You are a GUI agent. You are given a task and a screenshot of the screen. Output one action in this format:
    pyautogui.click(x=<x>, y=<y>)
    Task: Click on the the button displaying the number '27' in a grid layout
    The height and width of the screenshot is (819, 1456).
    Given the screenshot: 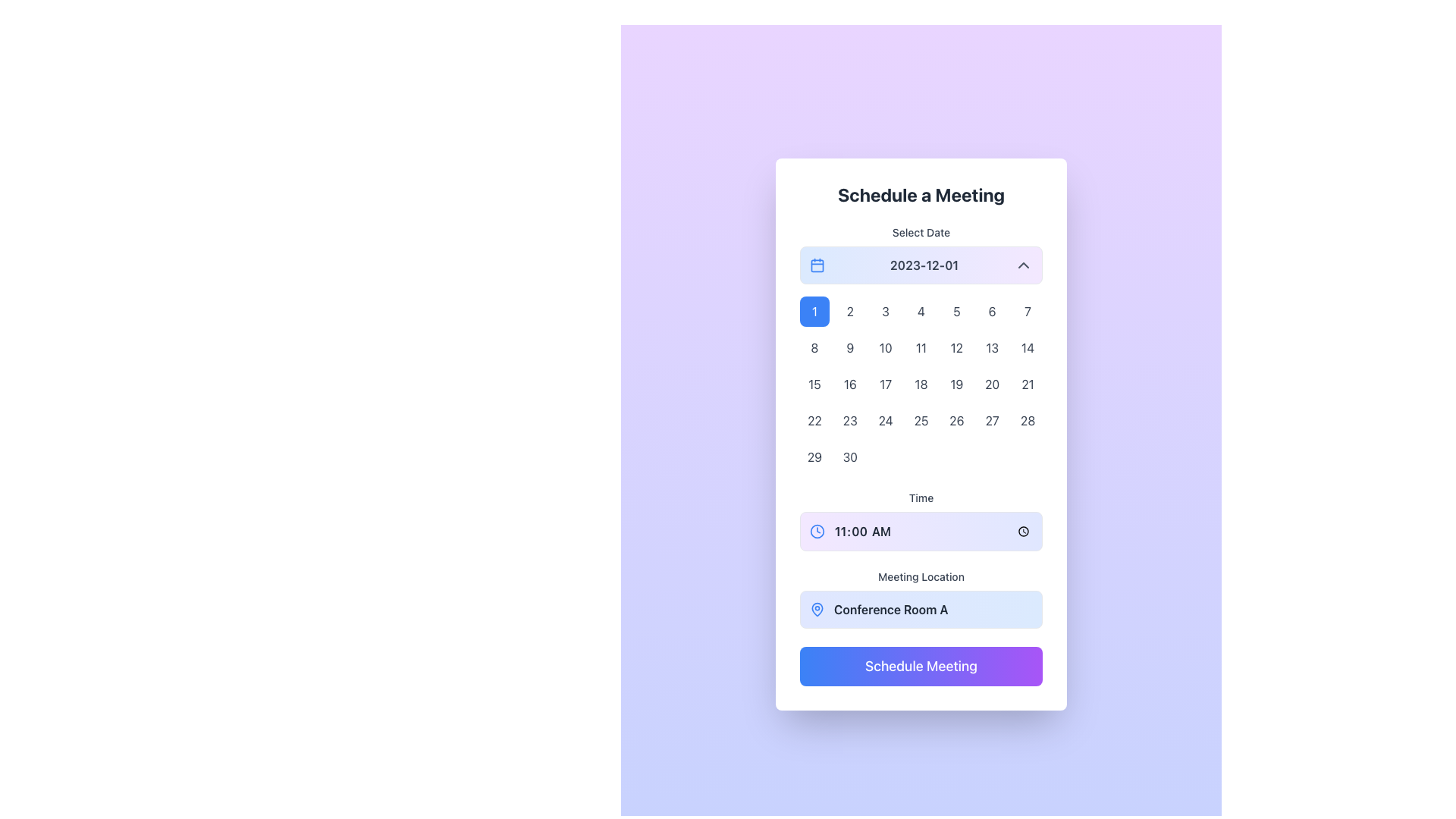 What is the action you would take?
    pyautogui.click(x=992, y=421)
    